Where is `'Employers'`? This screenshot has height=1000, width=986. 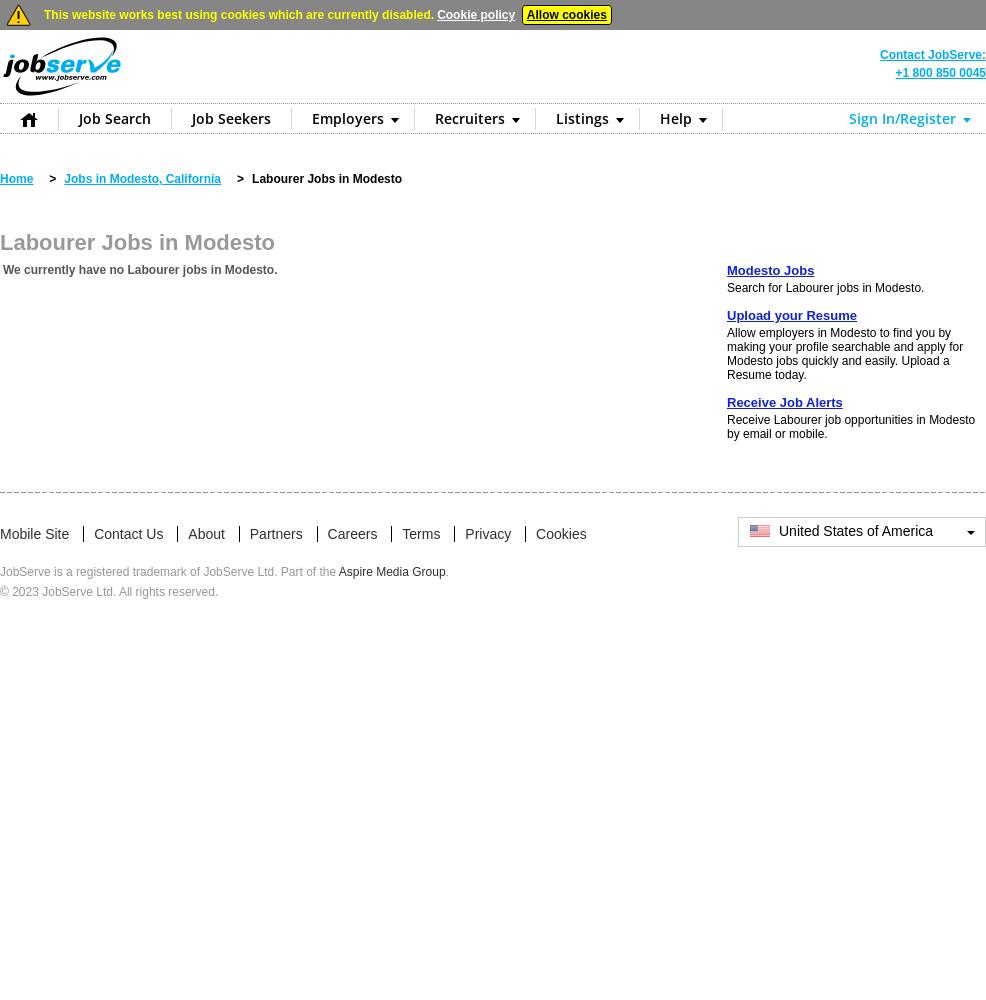
'Employers' is located at coordinates (346, 117).